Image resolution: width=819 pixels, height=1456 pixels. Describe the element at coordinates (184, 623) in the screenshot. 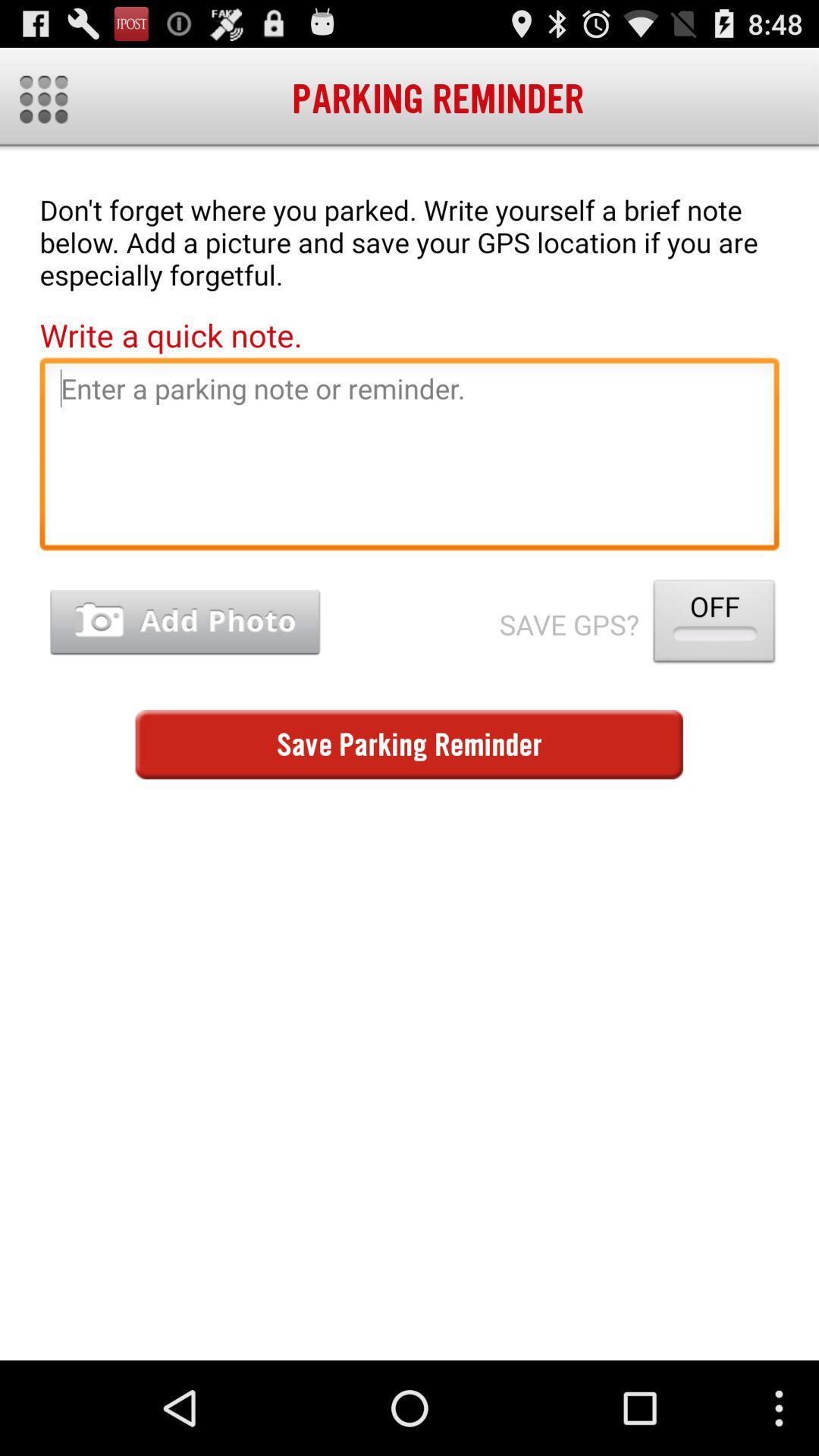

I see `icon to the left of the save gps? app` at that location.